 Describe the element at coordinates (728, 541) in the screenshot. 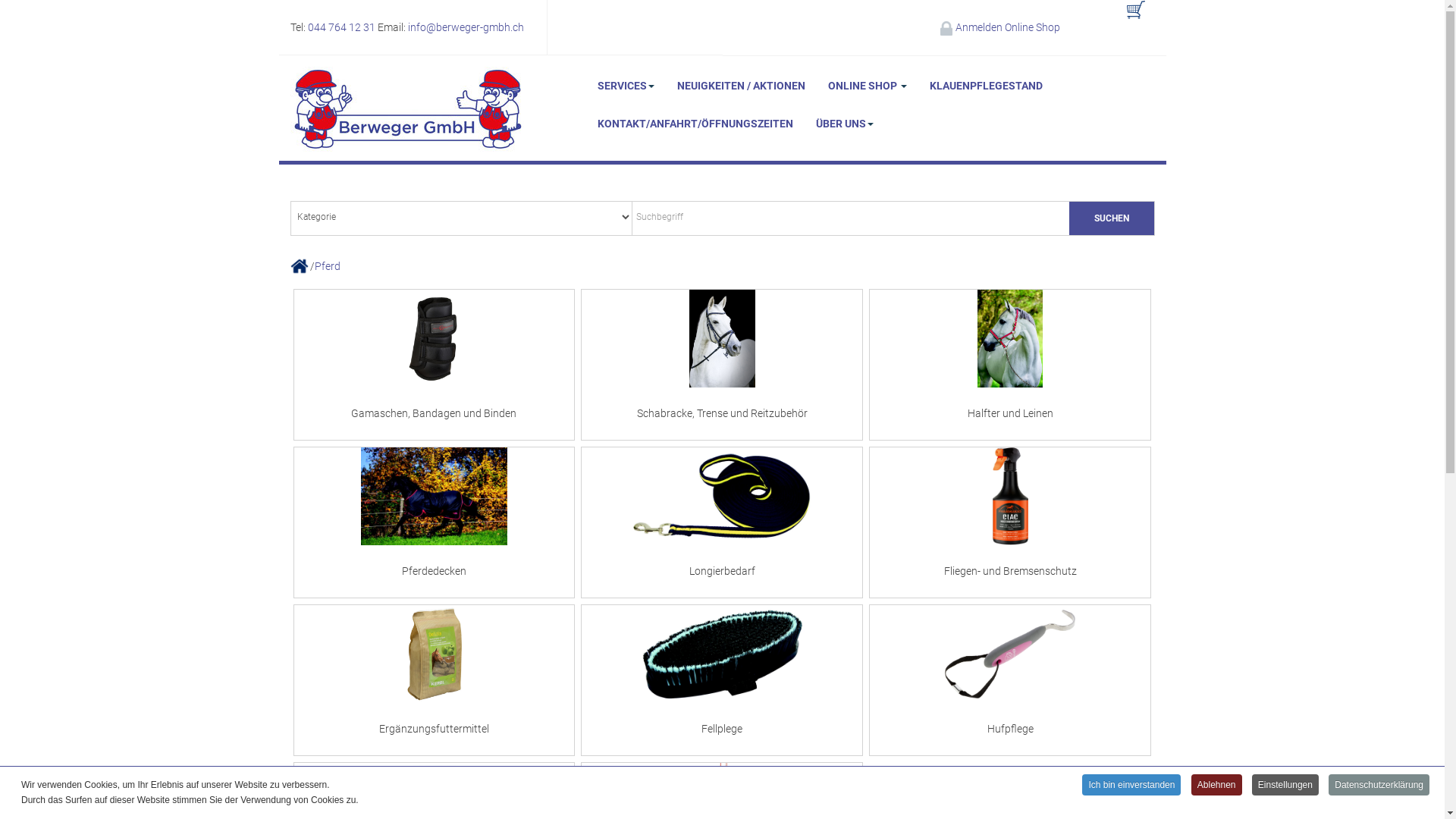

I see `'Cookies ablehnen'` at that location.